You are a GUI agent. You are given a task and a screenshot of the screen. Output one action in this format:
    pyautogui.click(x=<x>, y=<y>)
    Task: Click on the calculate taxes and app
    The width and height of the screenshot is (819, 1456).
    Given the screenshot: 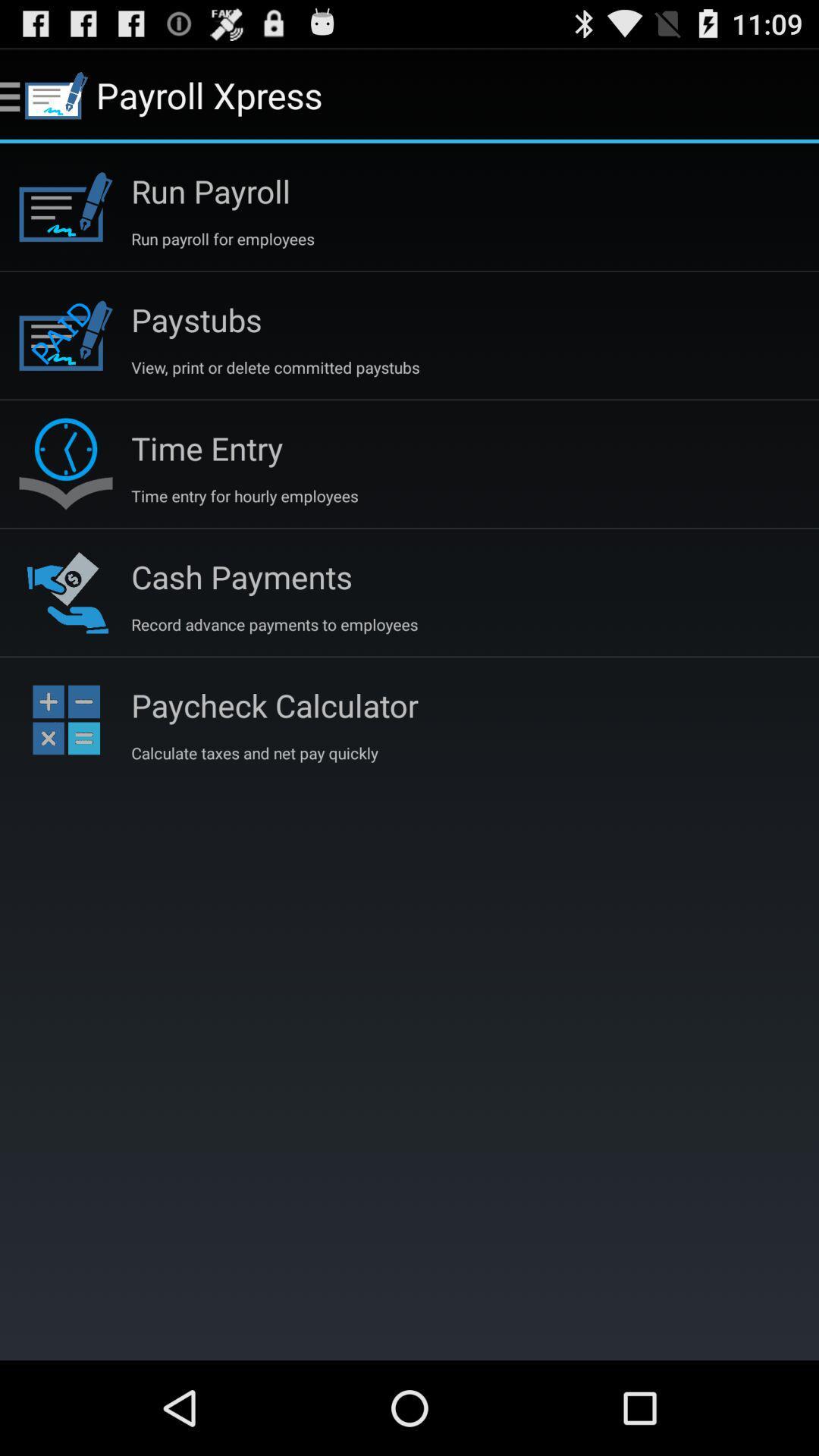 What is the action you would take?
    pyautogui.click(x=253, y=753)
    